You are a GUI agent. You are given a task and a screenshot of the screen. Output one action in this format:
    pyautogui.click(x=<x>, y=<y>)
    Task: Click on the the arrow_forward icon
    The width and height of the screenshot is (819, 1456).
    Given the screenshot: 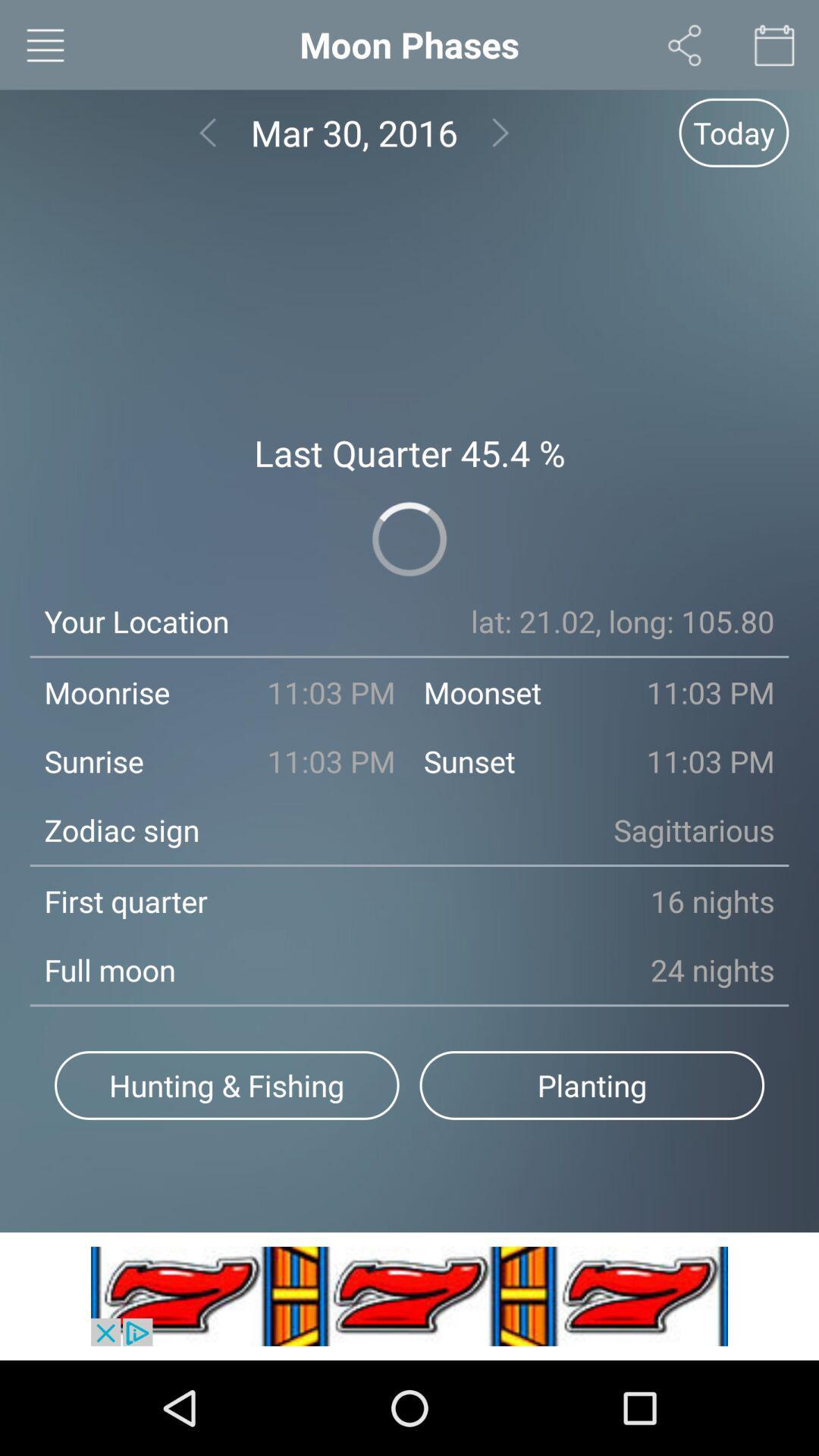 What is the action you would take?
    pyautogui.click(x=500, y=142)
    